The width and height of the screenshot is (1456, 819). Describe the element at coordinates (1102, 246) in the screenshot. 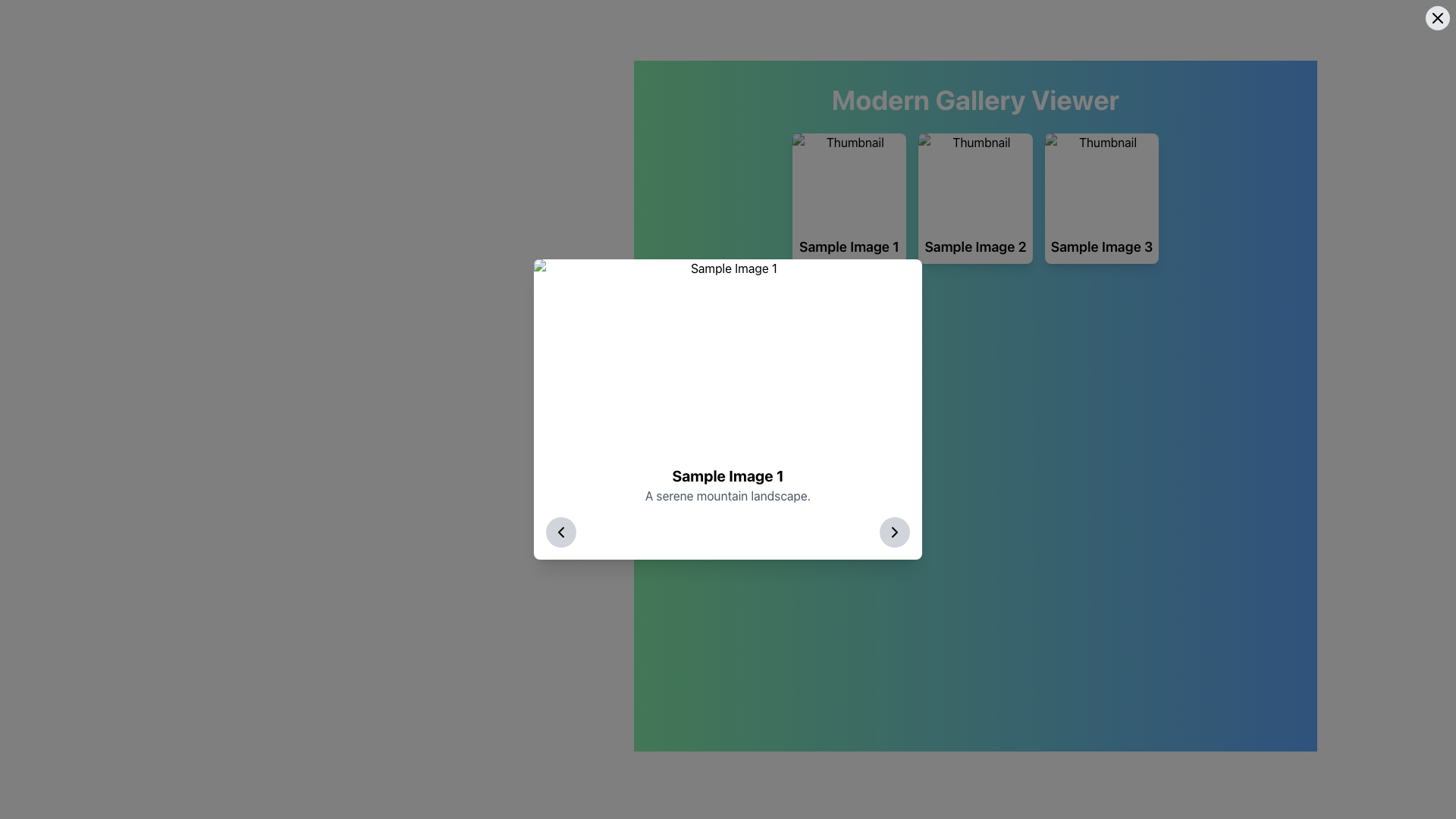

I see `the Text Label that provides information about the thumbnail image in the third card of the Modern Gallery Viewer` at that location.